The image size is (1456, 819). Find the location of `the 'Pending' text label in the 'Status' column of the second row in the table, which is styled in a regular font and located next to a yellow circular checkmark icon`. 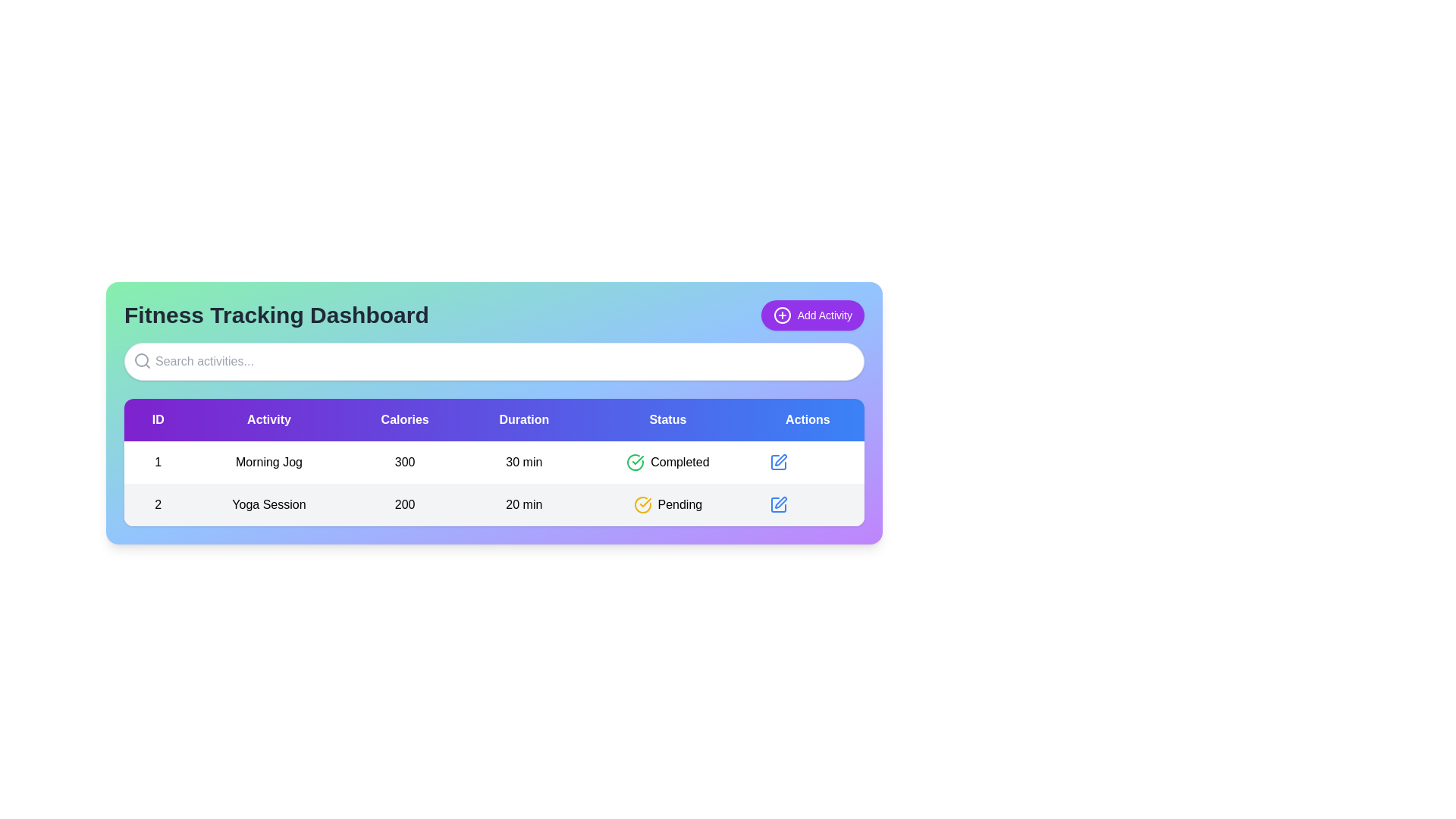

the 'Pending' text label in the 'Status' column of the second row in the table, which is styled in a regular font and located next to a yellow circular checkmark icon is located at coordinates (679, 505).